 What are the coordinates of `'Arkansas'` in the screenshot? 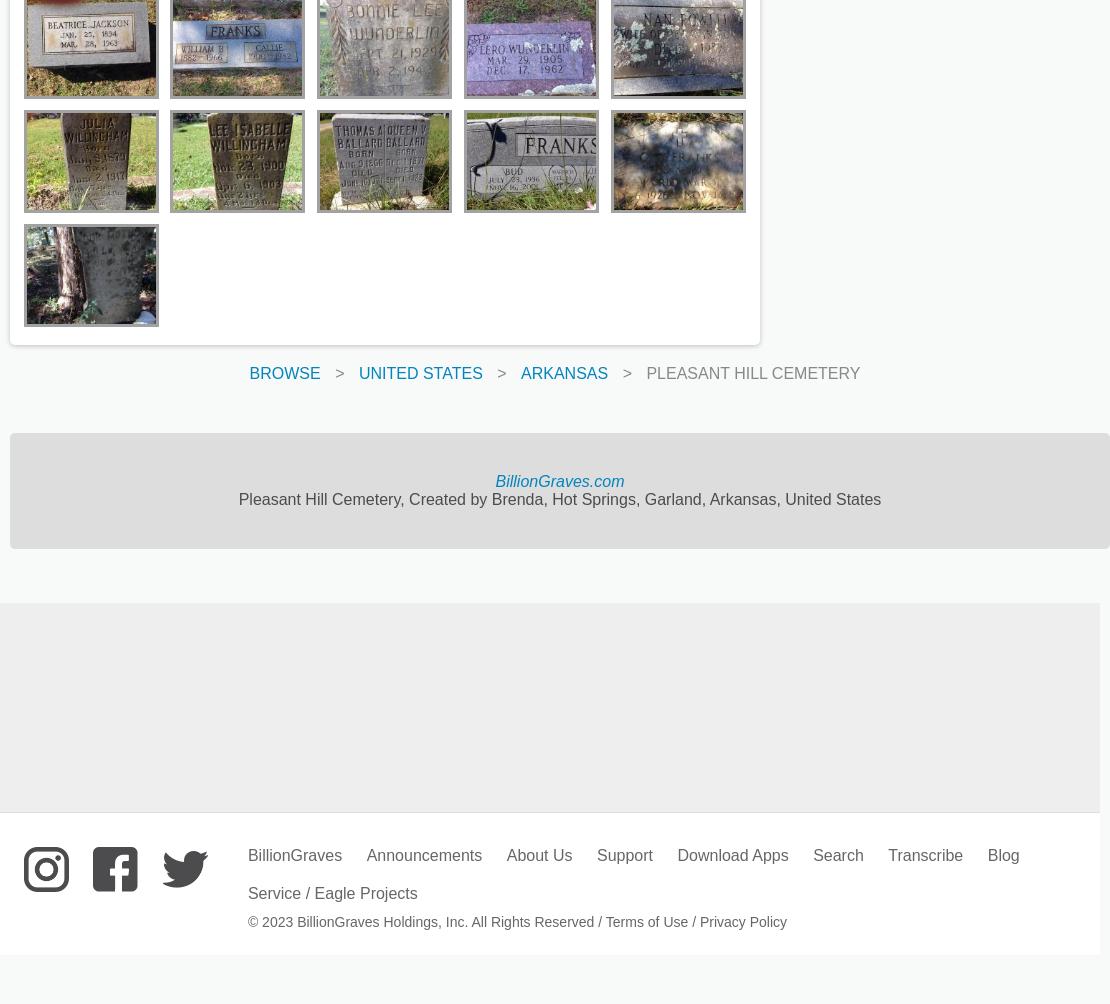 It's located at (564, 373).